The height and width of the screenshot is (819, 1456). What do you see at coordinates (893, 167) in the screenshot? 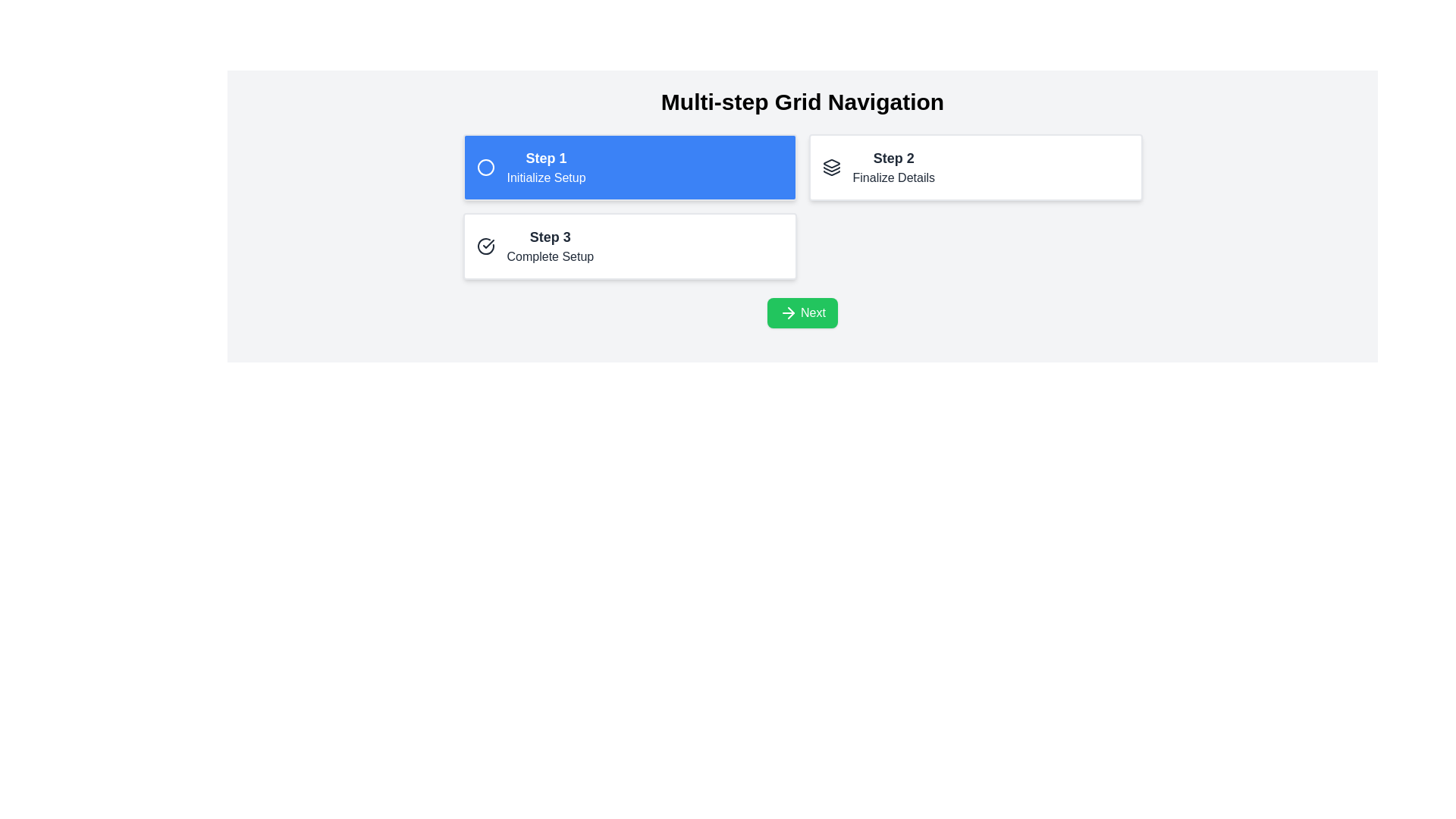
I see `the 'Finalize Details' group element, which is the second step in the multi-step navigation process, located in the top-right of 'Step 1' and above 'Step 3'` at bounding box center [893, 167].